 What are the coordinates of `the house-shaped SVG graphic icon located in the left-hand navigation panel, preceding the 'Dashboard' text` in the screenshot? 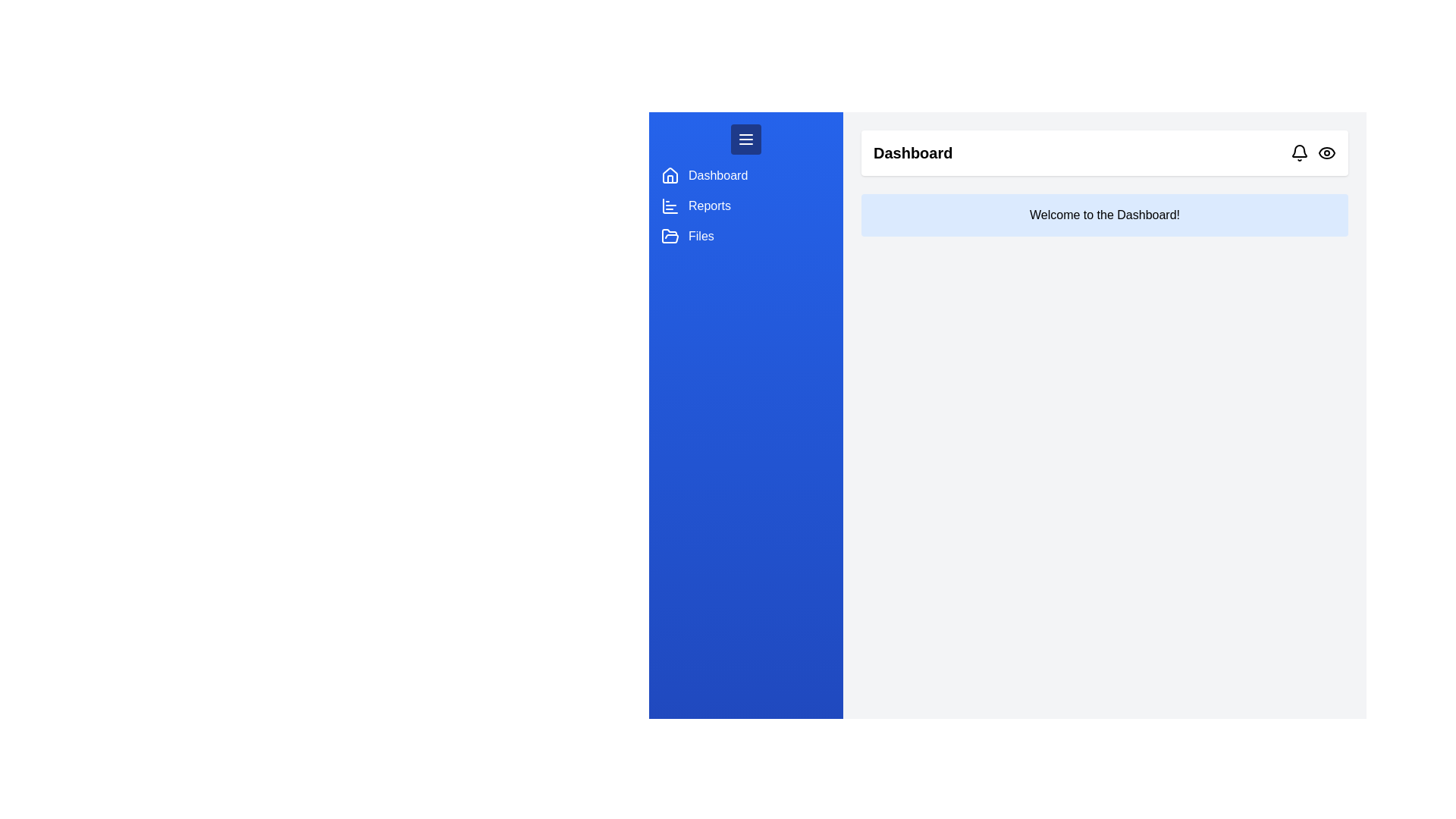 It's located at (669, 174).